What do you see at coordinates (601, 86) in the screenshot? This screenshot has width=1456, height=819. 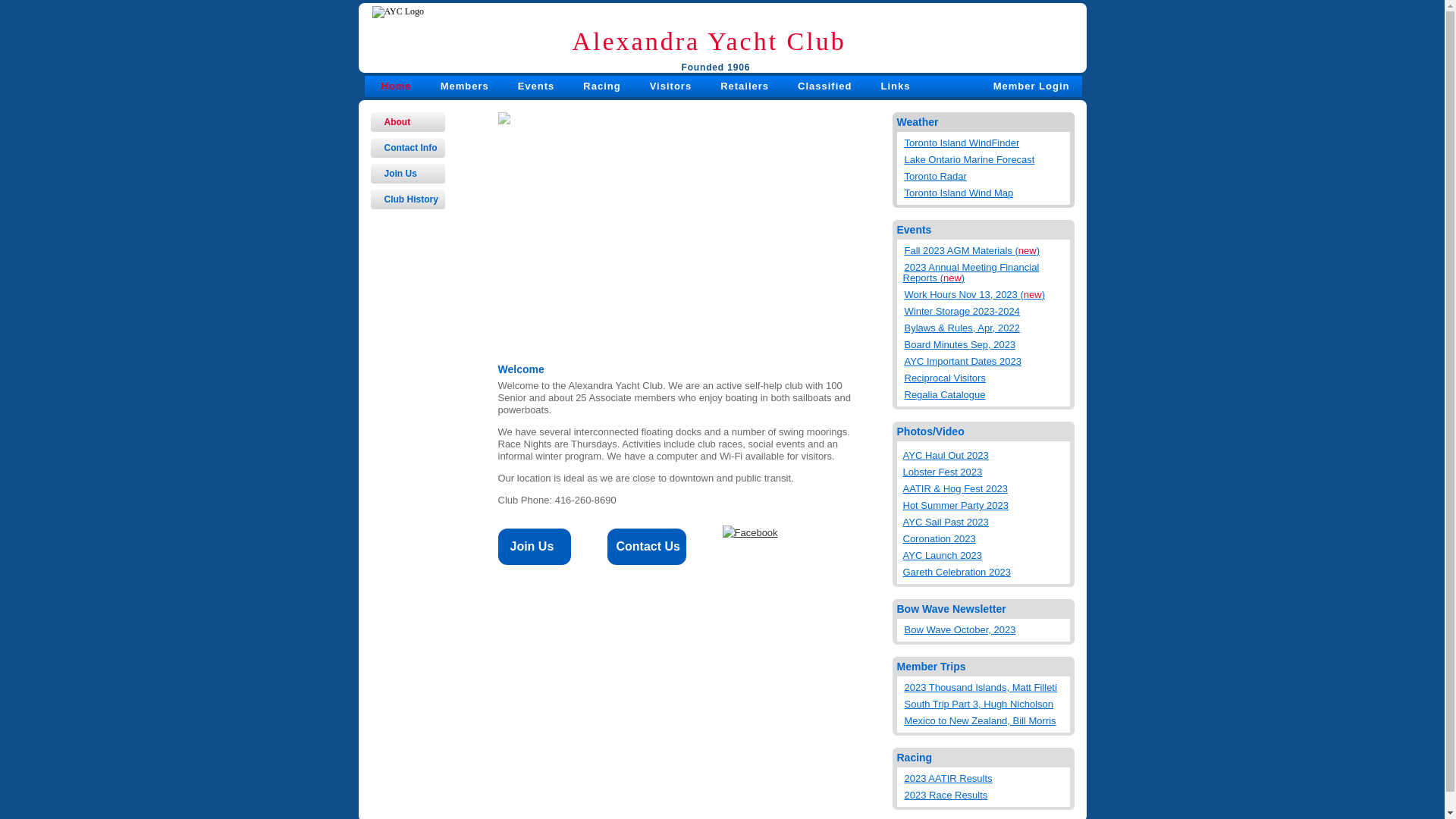 I see `'Racing'` at bounding box center [601, 86].